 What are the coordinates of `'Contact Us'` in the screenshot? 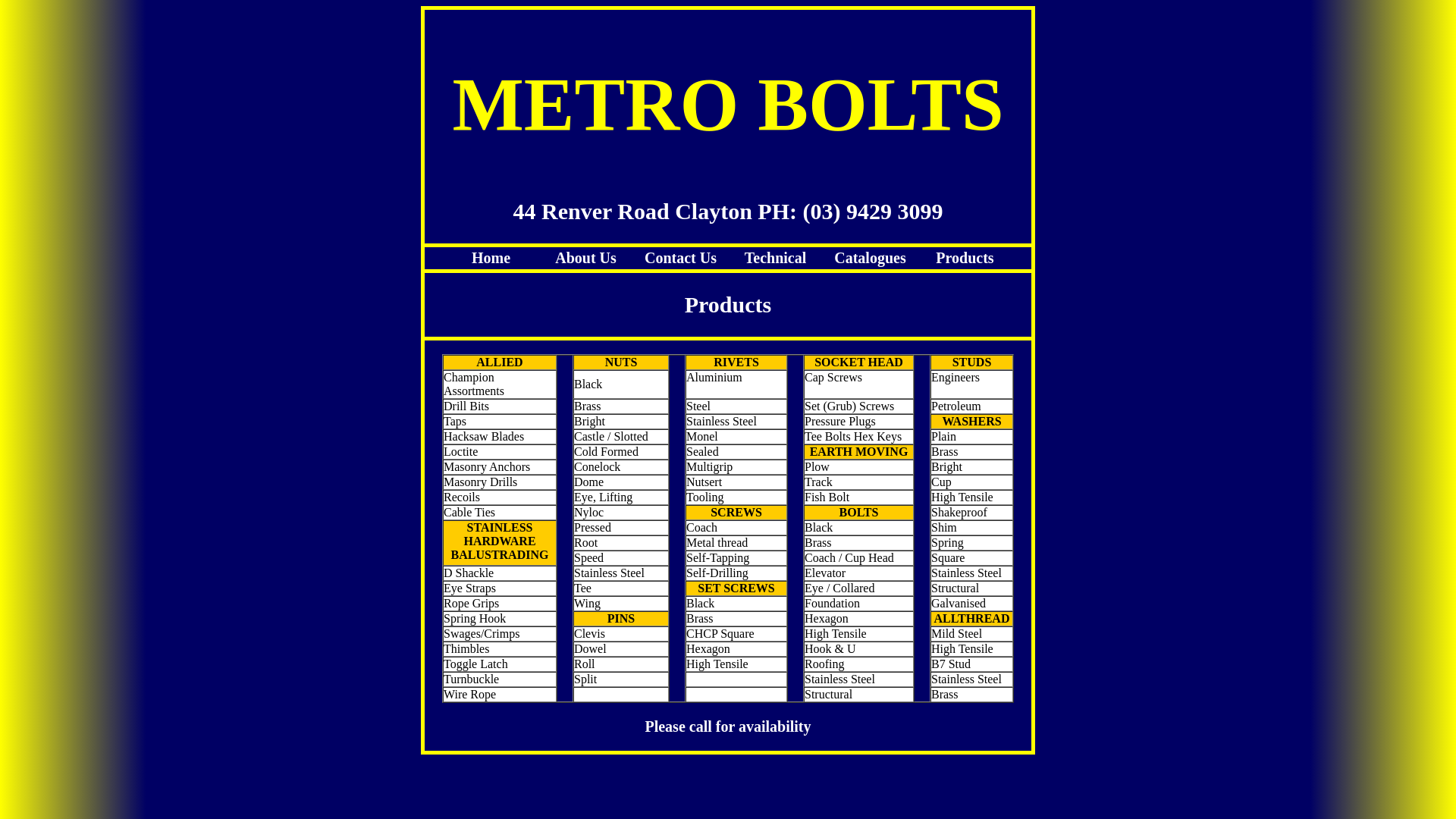 It's located at (644, 256).